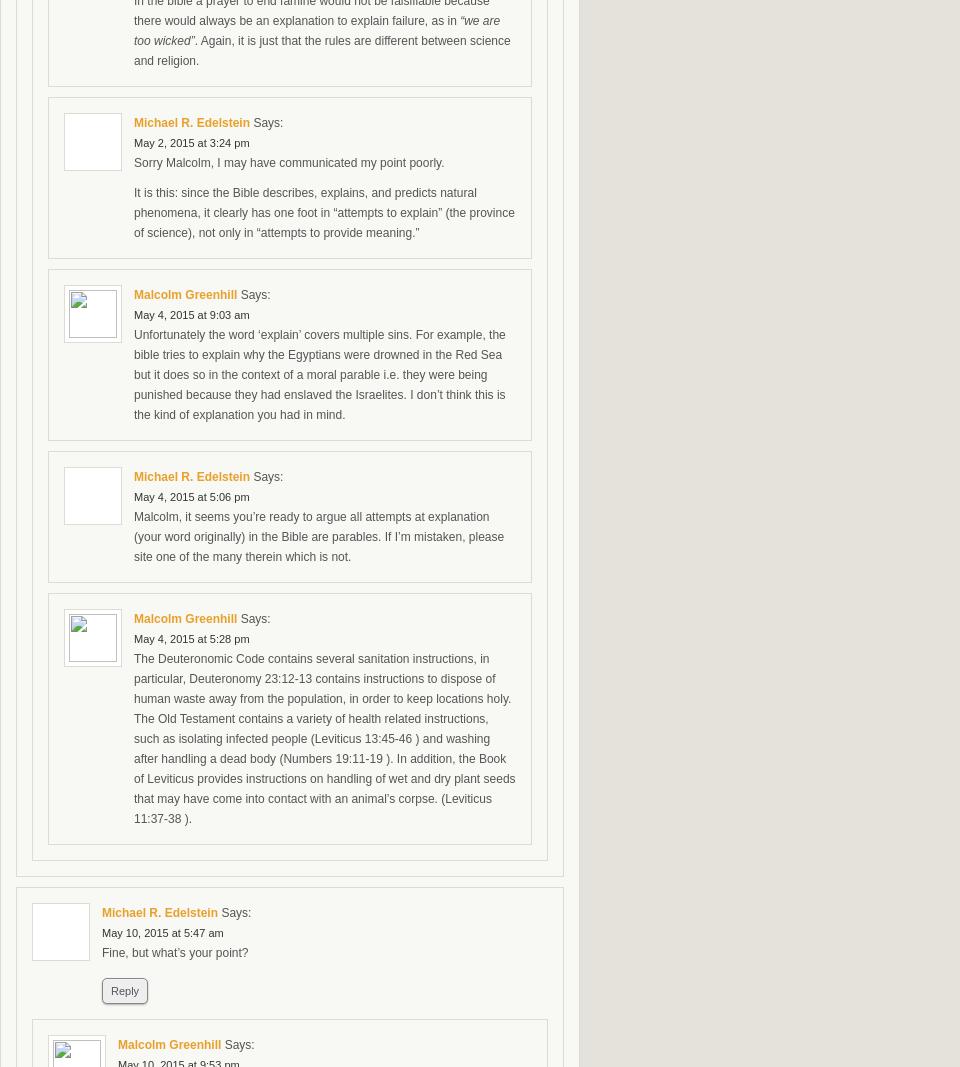 The height and width of the screenshot is (1067, 960). Describe the element at coordinates (319, 537) in the screenshot. I see `'Malcolm, it seems you’re ready to argue all attempts at explanation (your word originally) in the Bible are parables. If I’m mistaken, please site one of the many therein which is not.'` at that location.